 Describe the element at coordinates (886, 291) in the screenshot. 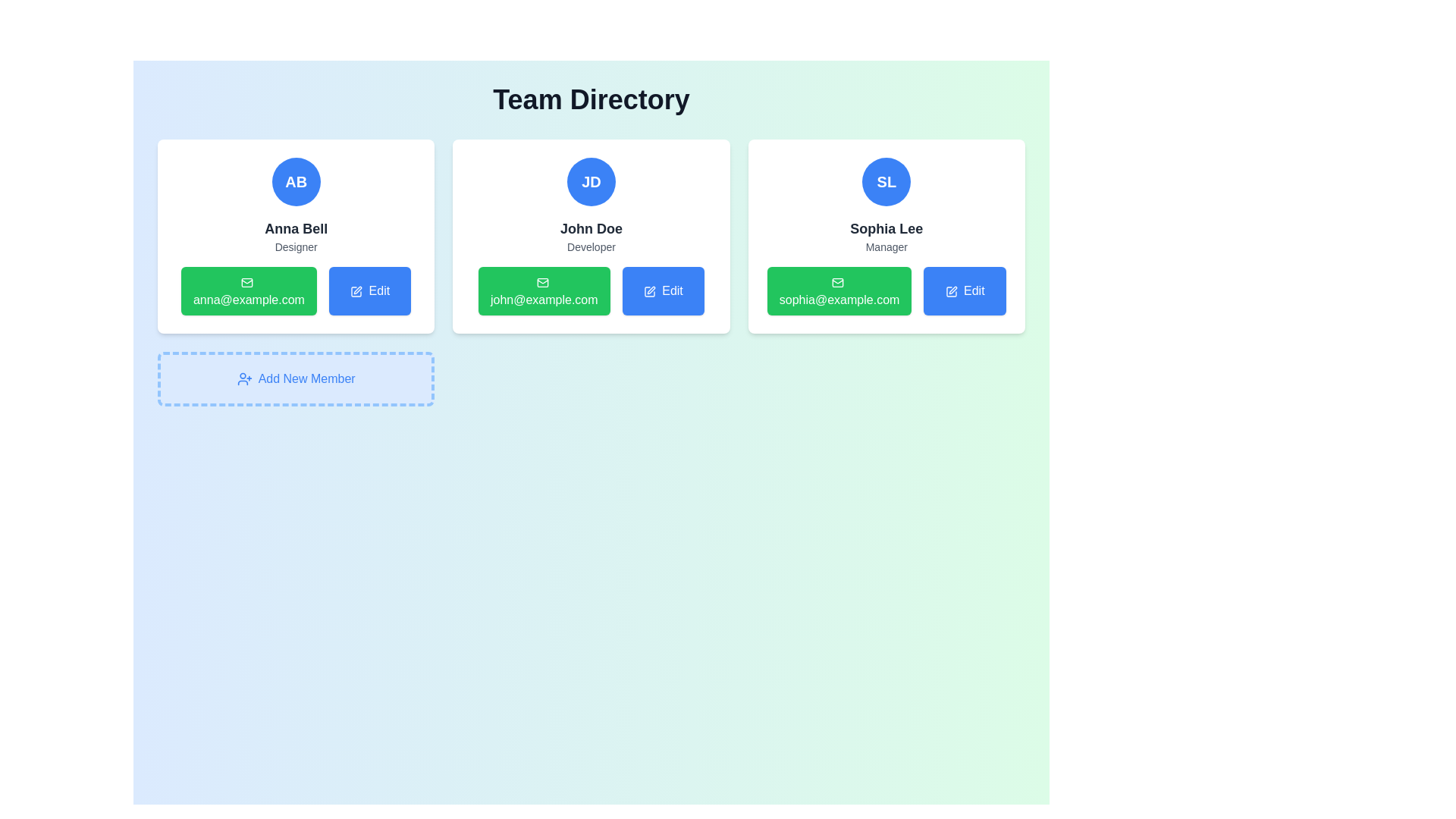

I see `the interactive email button for 'Sophia Lee'` at that location.